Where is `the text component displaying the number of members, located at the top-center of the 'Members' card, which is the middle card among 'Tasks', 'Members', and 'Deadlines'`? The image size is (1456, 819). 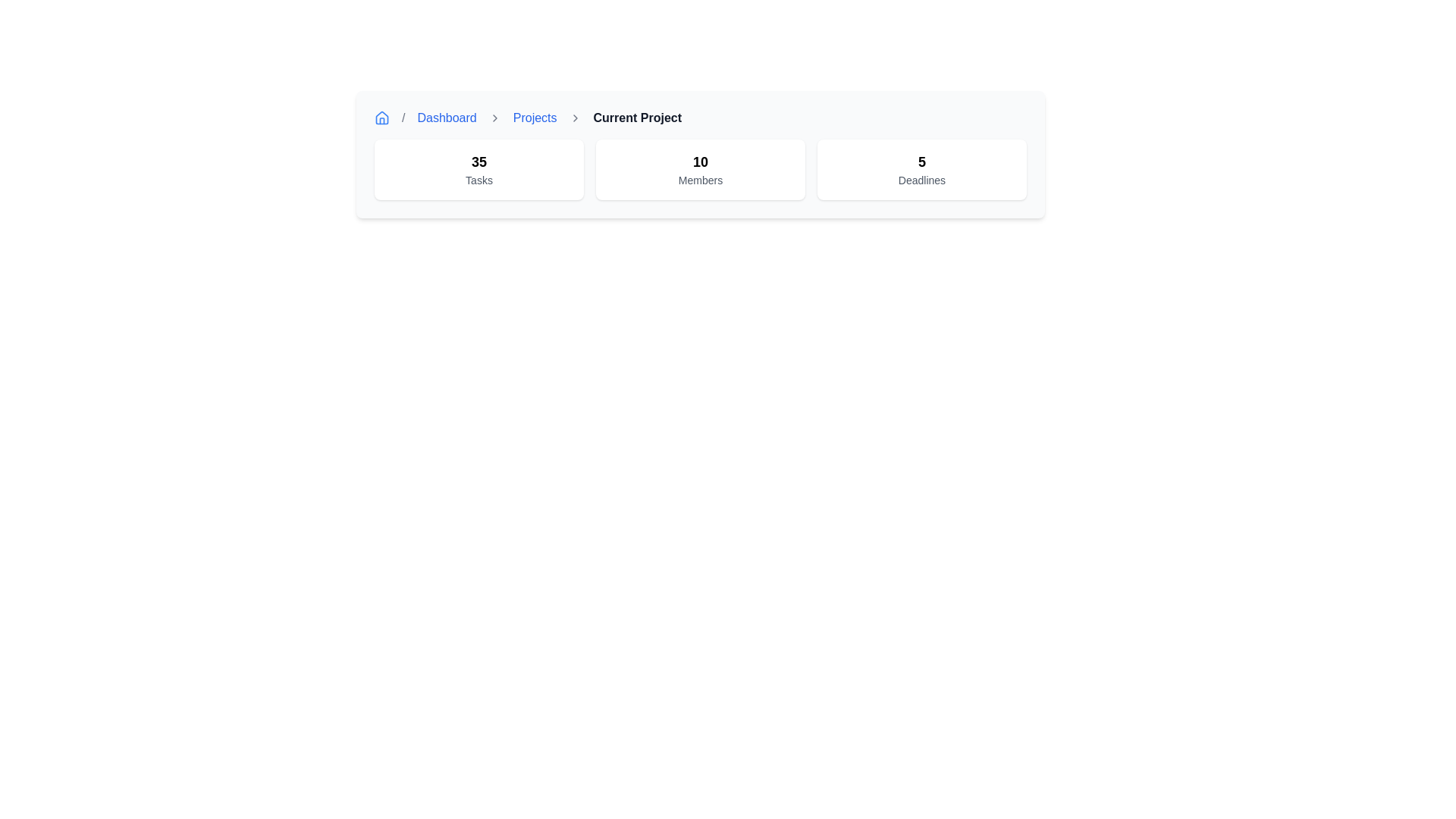
the text component displaying the number of members, located at the top-center of the 'Members' card, which is the middle card among 'Tasks', 'Members', and 'Deadlines' is located at coordinates (700, 162).